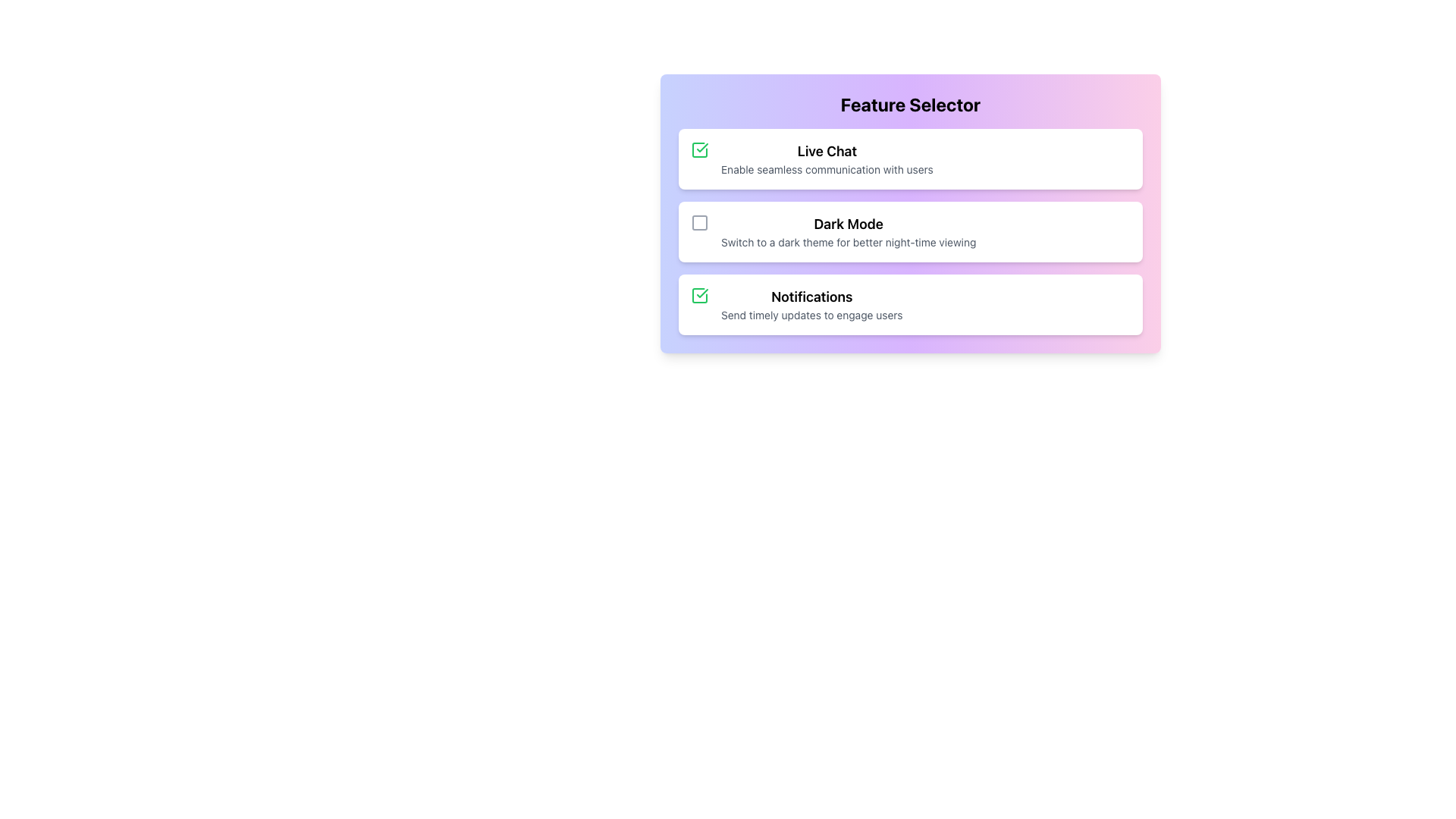  I want to click on the checkbox that indicates the active state of the 'Live Chat' feature in the 'Feature Selector' list, so click(698, 295).